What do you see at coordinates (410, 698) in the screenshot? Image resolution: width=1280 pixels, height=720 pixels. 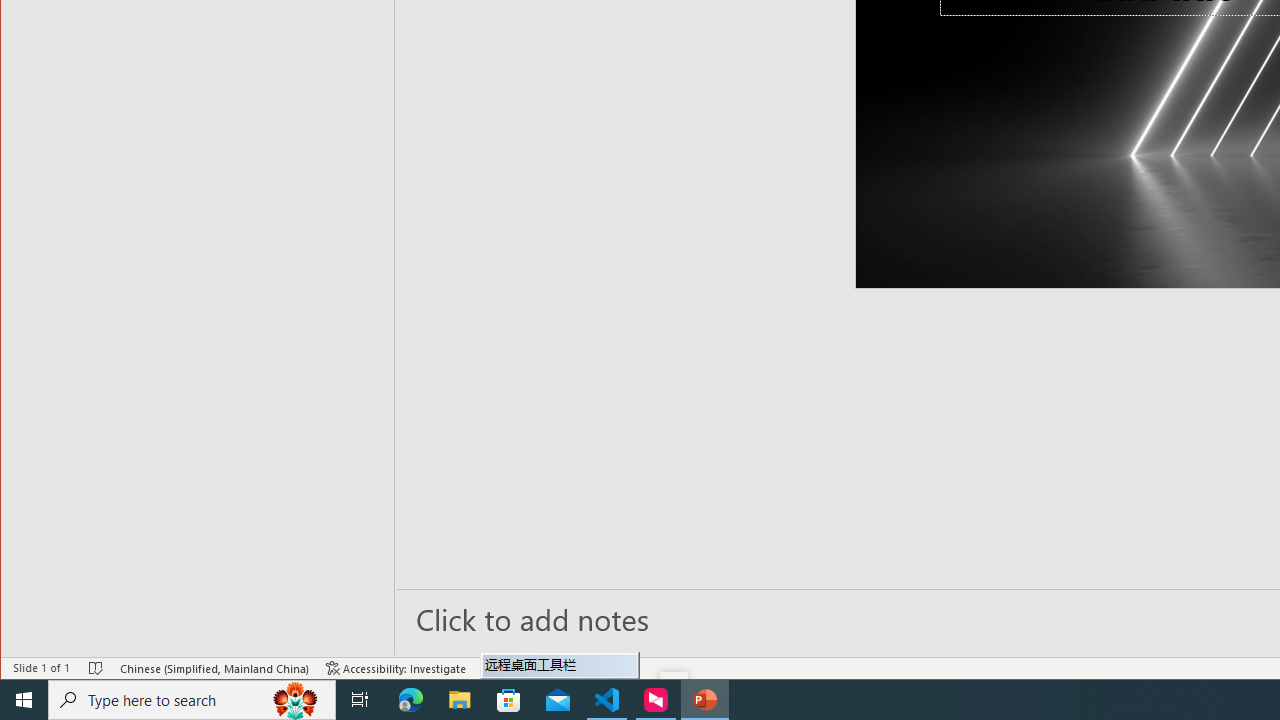 I see `'Microsoft Edge'` at bounding box center [410, 698].